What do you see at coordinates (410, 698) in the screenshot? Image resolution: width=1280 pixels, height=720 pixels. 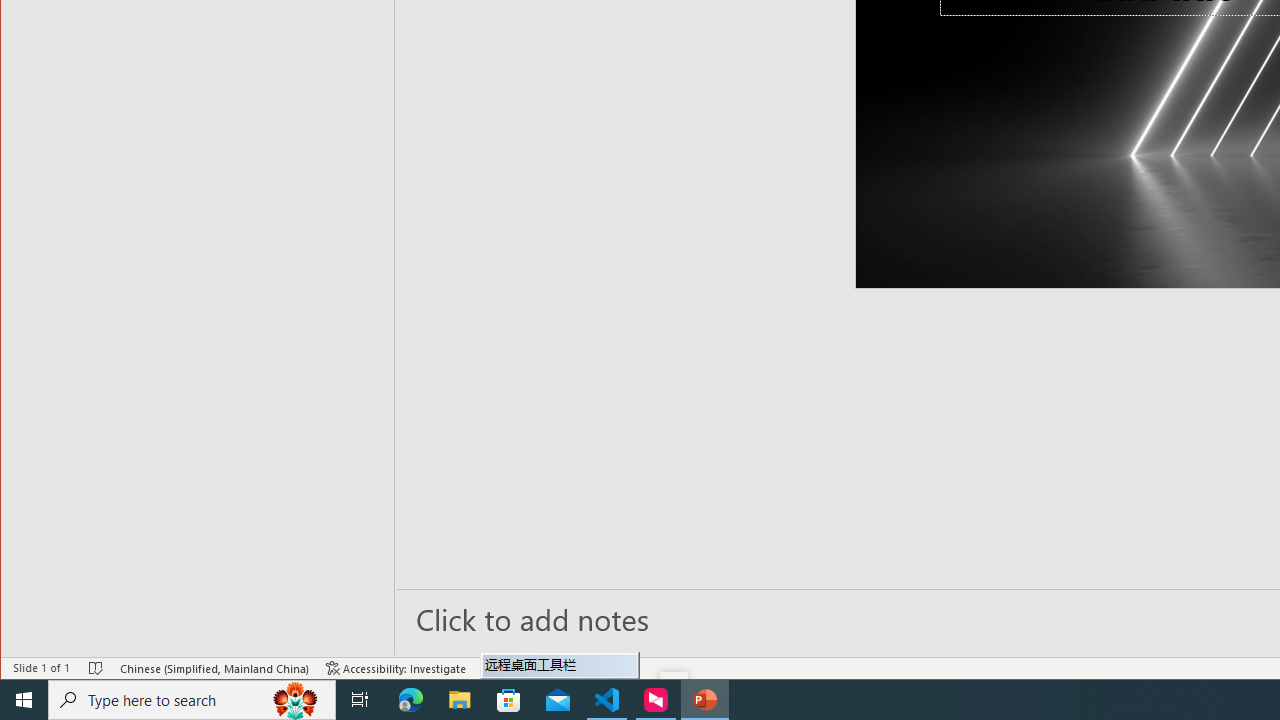 I see `'Microsoft Edge'` at bounding box center [410, 698].